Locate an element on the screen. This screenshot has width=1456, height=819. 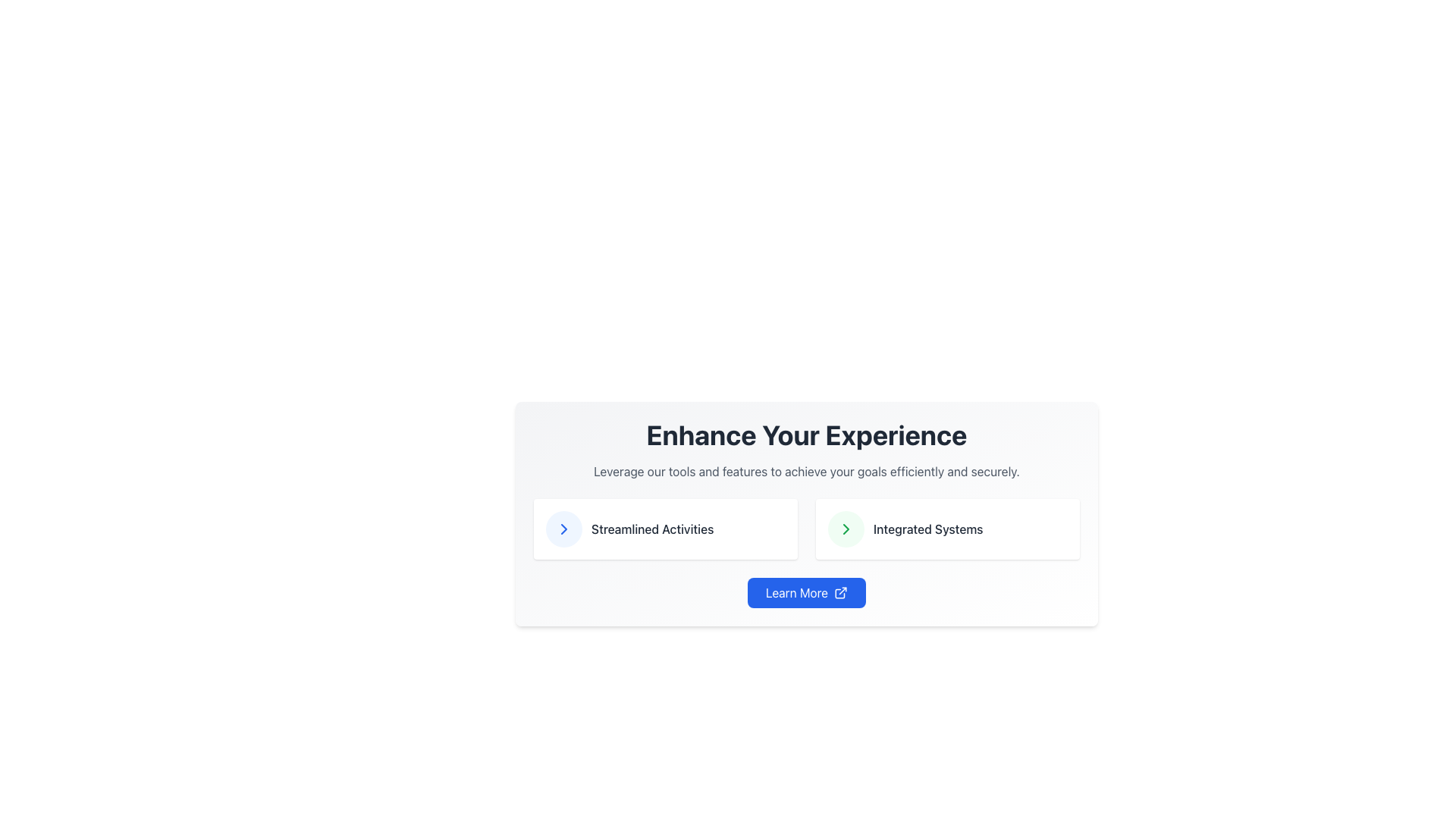
the chevron icon located inside the darker green circle to the right of the 'Integrated Systems' label is located at coordinates (846, 529).